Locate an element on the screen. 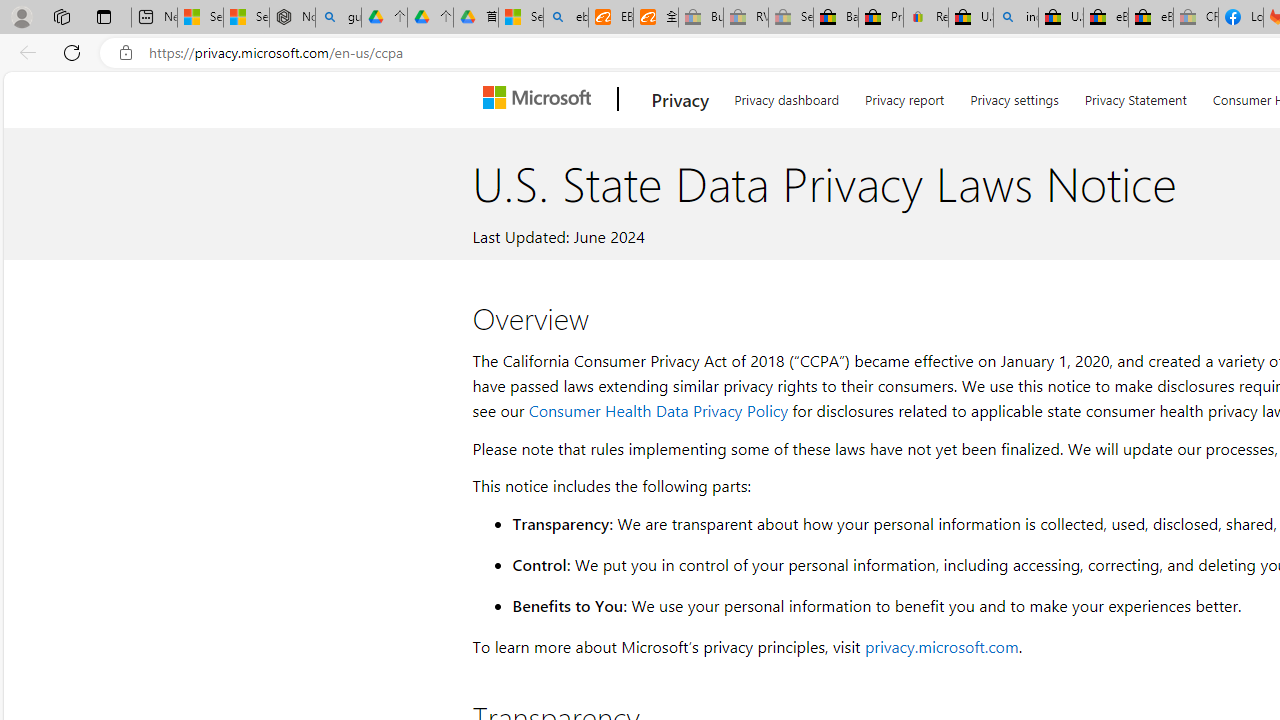  'eBay Inc. Reports Third Quarter 2023 Results' is located at coordinates (1150, 17).